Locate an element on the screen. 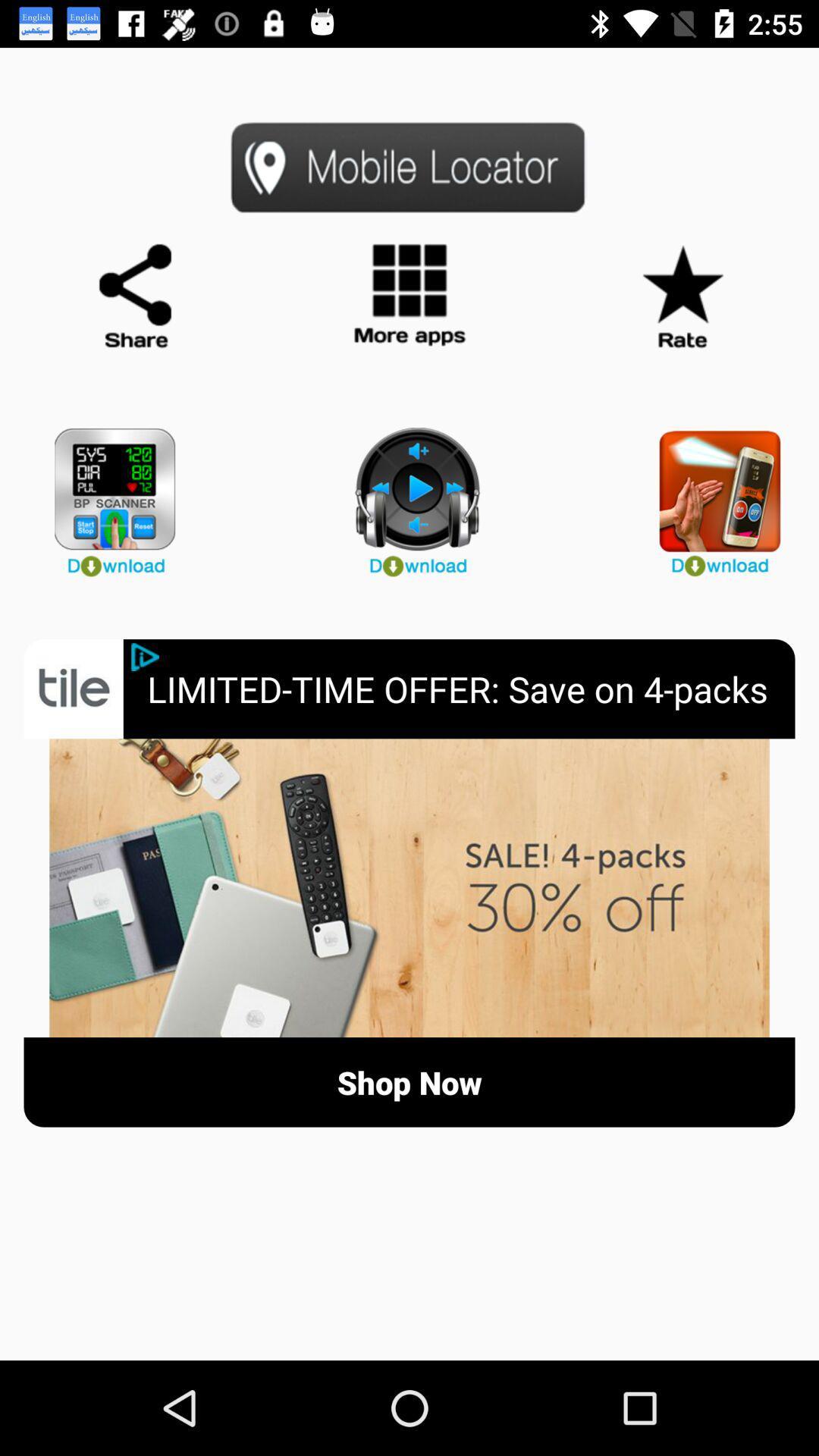  an advertisement is located at coordinates (409, 888).